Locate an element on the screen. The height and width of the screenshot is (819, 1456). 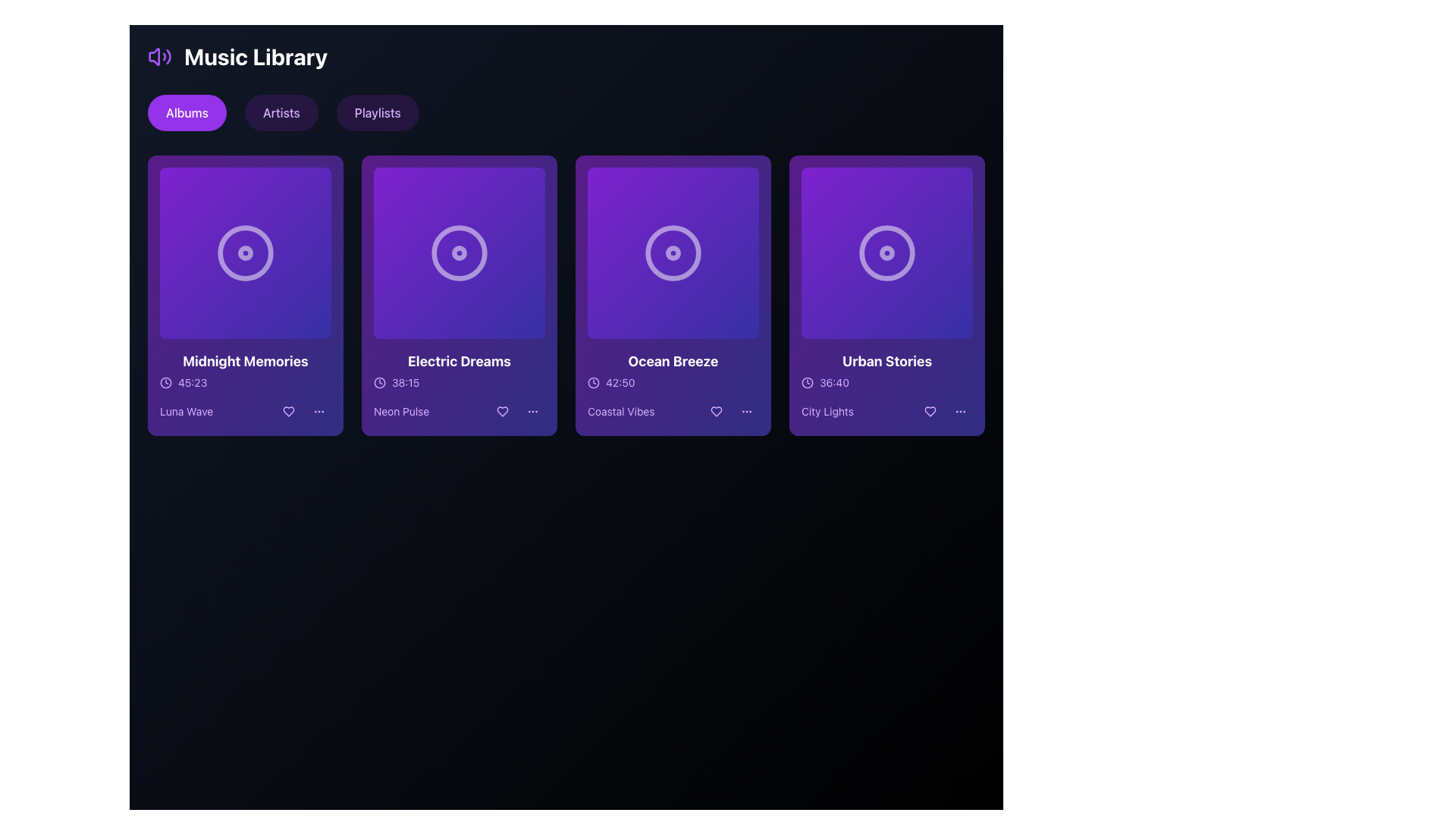
the text label that displays the name 'City Lights', located at the bottom-right corner of the 'Urban Stories' card, beneath the duration indicator is located at coordinates (827, 412).